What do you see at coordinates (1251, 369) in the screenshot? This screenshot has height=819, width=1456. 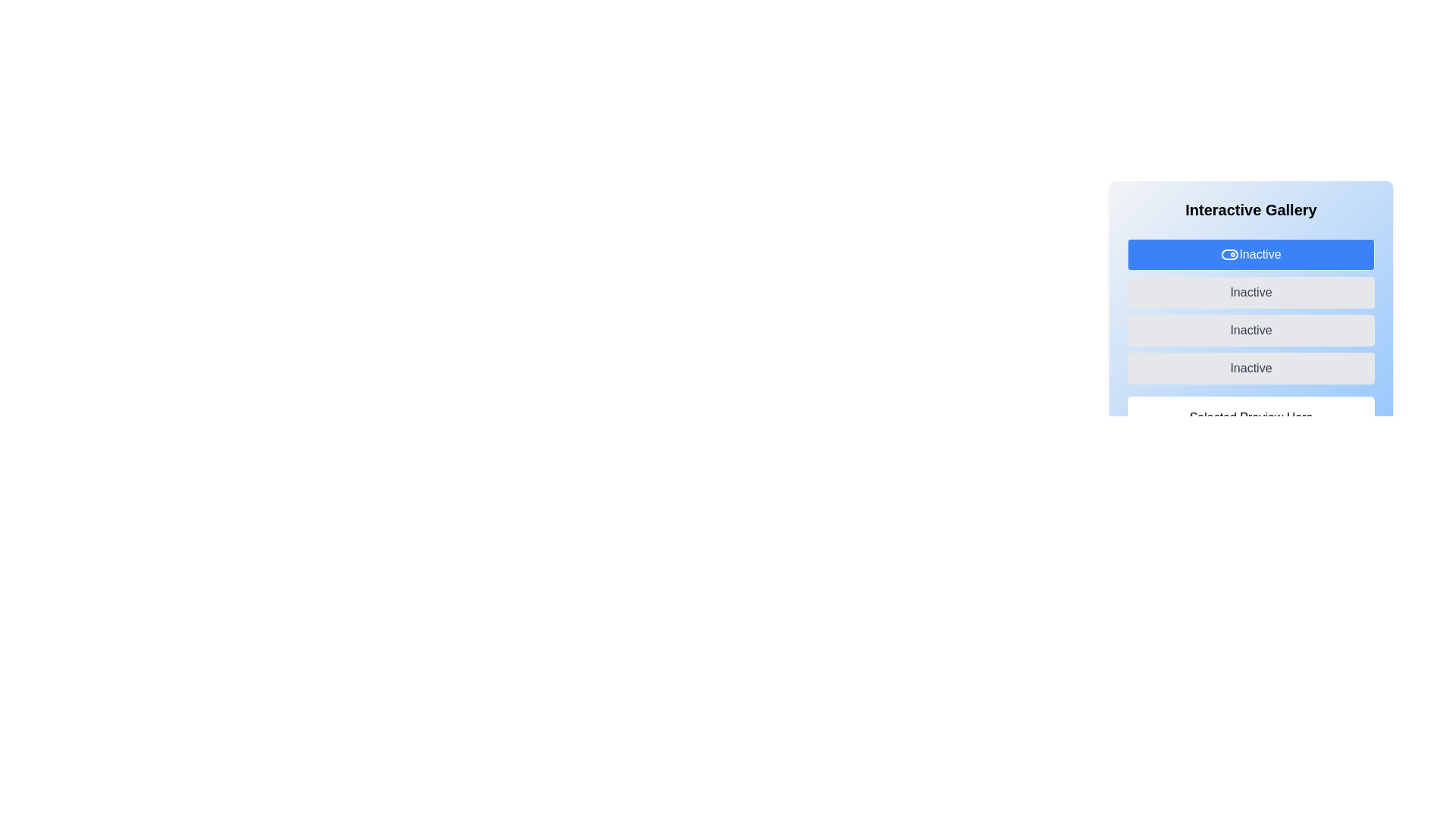 I see `the button corresponding to 3 to activate it and update the preview` at bounding box center [1251, 369].